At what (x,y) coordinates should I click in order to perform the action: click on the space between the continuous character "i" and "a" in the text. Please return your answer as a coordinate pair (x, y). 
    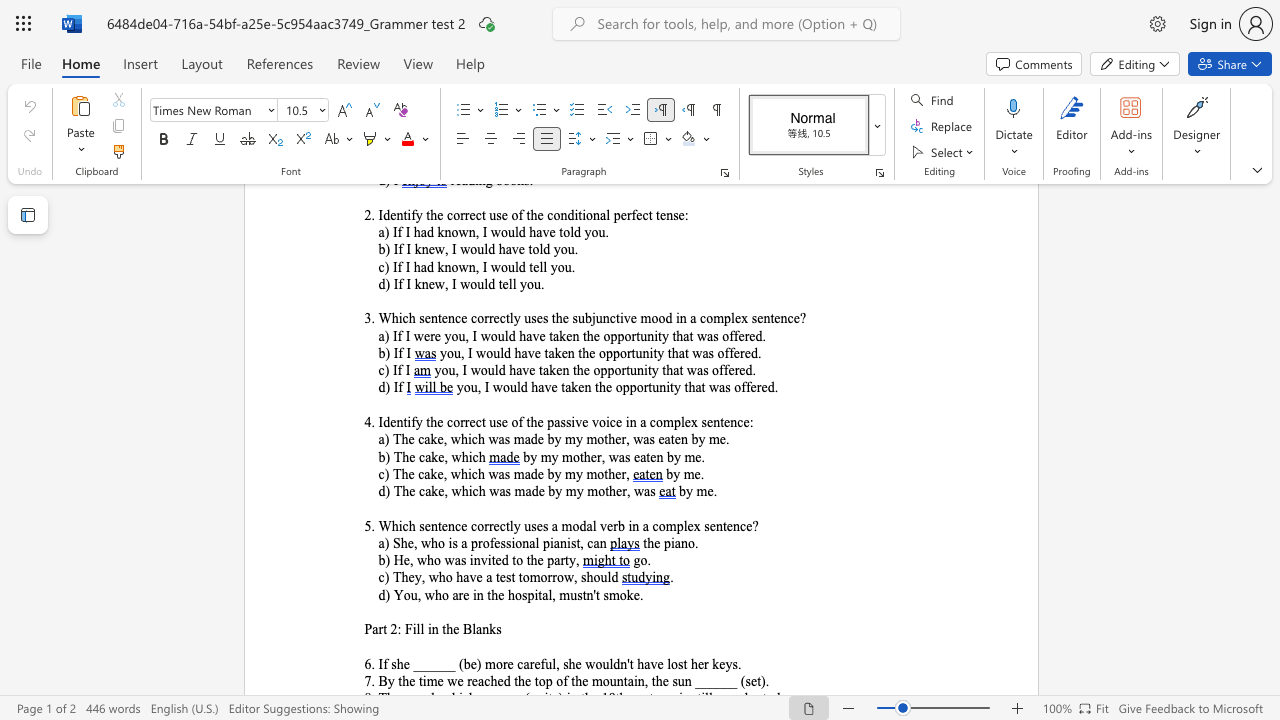
    Looking at the image, I should click on (554, 543).